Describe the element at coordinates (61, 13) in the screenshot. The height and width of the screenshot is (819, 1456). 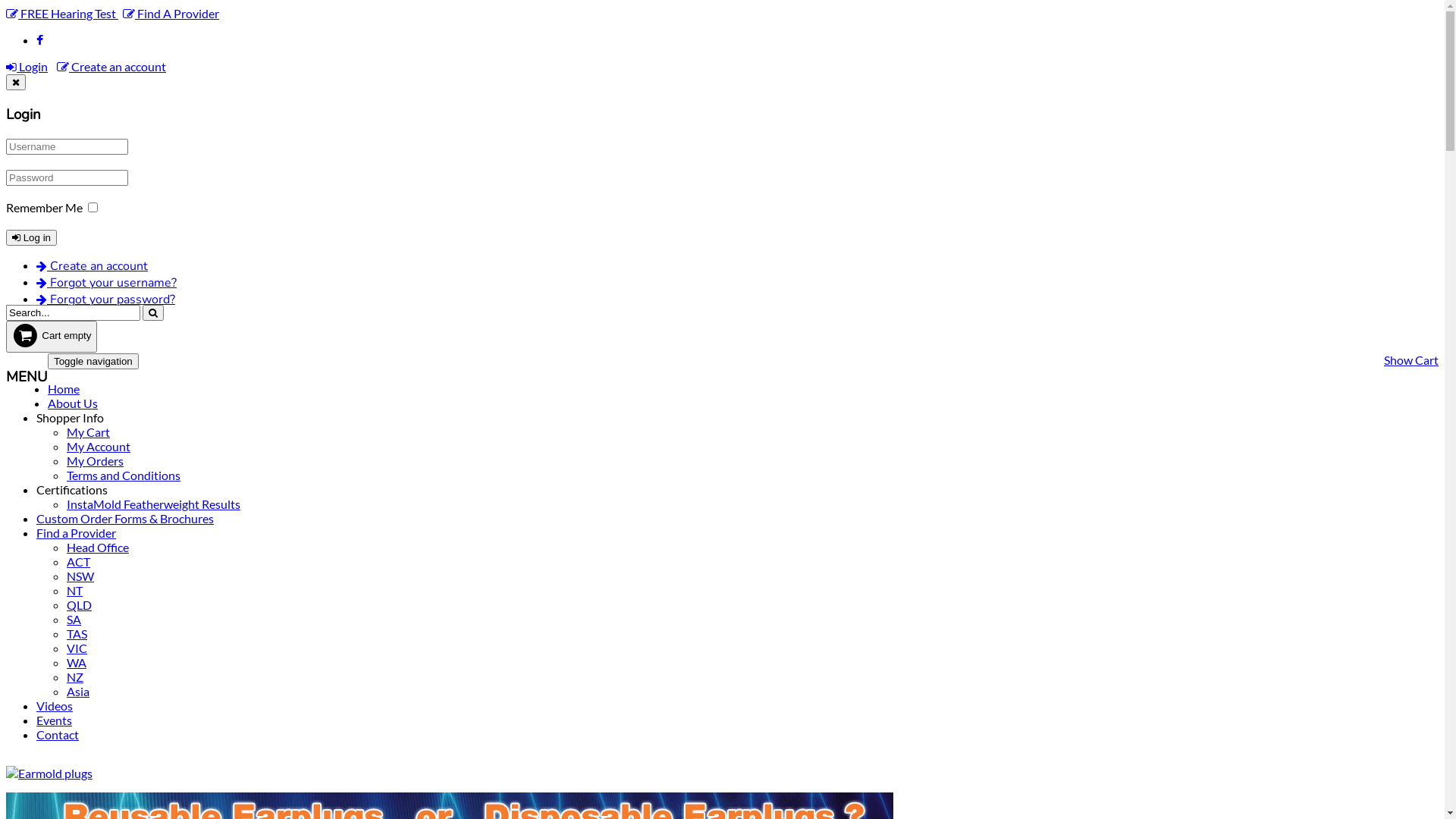
I see `'FREE Hearing Test'` at that location.